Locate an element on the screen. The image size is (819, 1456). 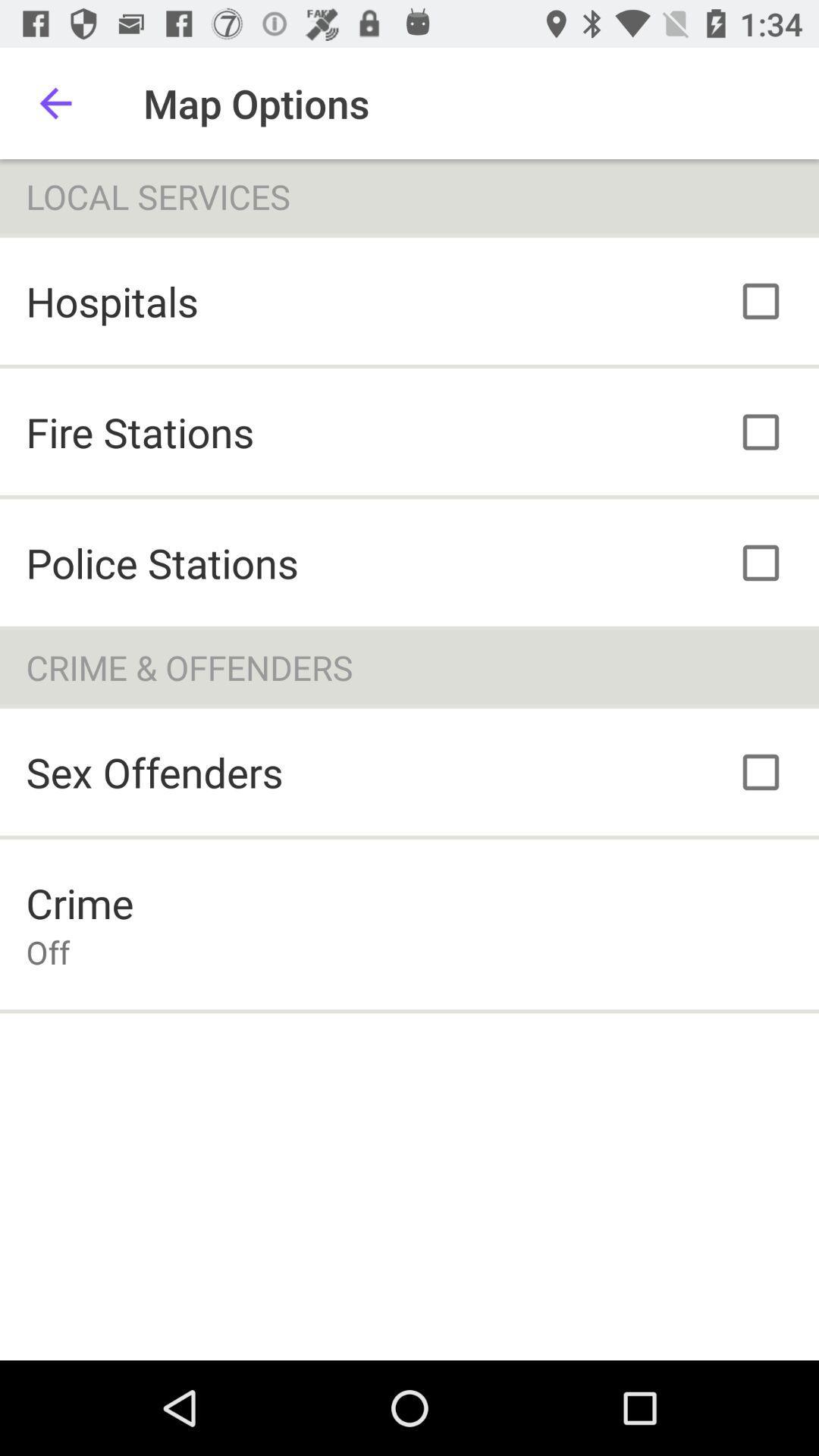
item below police stations item is located at coordinates (409, 667).